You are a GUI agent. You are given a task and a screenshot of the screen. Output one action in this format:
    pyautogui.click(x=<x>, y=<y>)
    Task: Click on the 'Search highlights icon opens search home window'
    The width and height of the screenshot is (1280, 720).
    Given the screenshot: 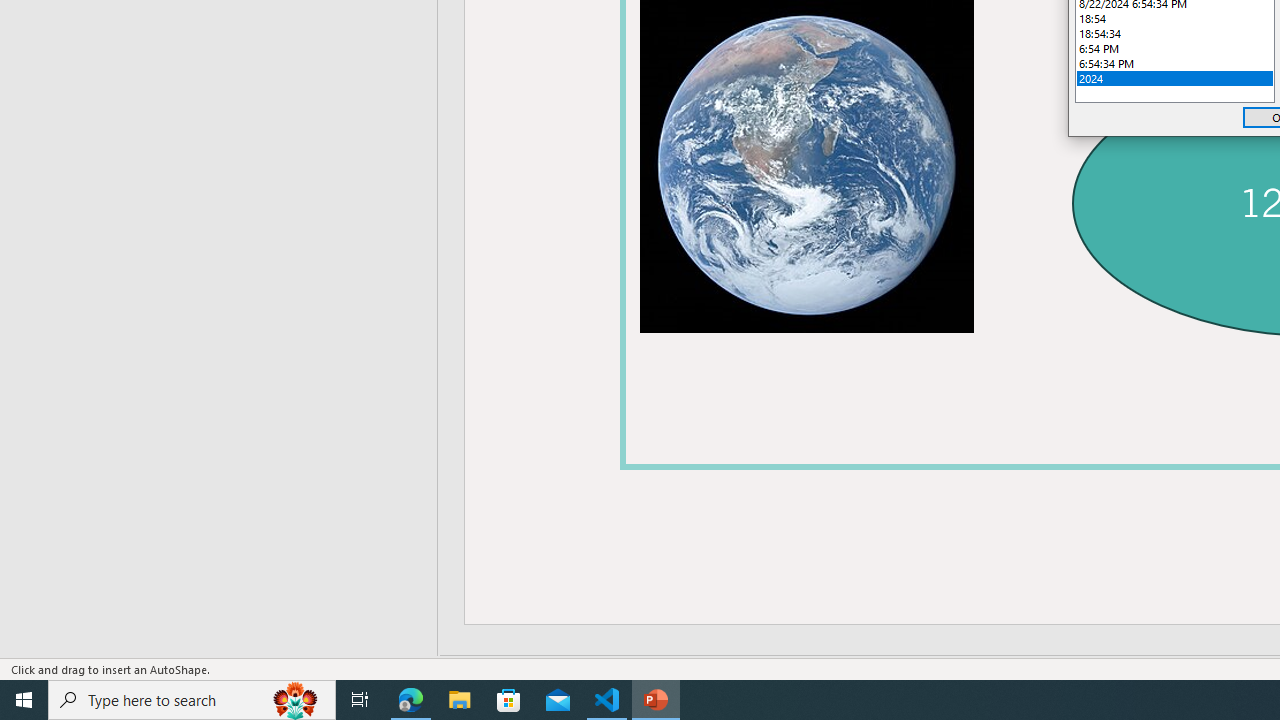 What is the action you would take?
    pyautogui.click(x=294, y=698)
    